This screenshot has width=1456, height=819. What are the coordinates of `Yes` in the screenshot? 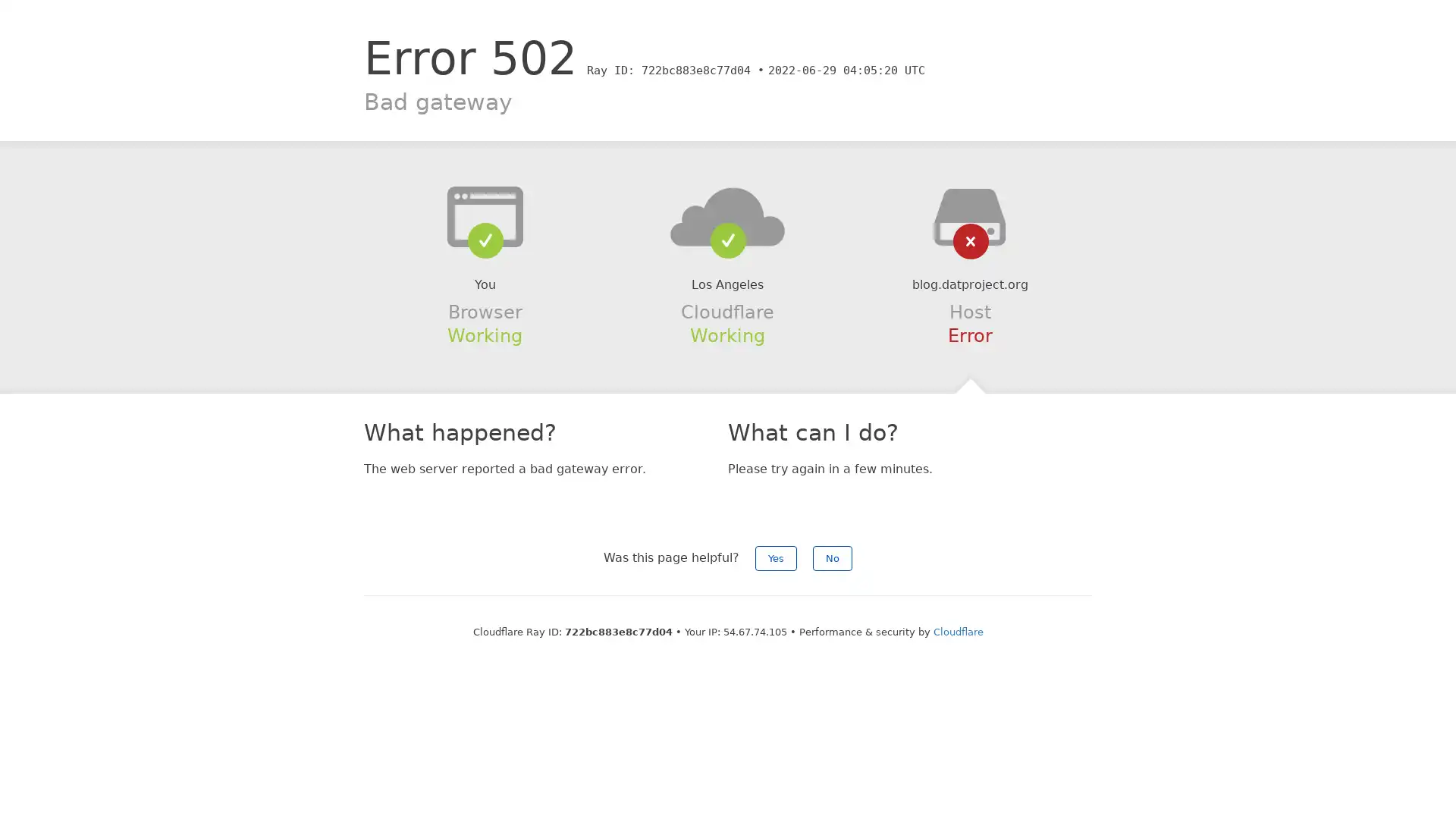 It's located at (776, 558).